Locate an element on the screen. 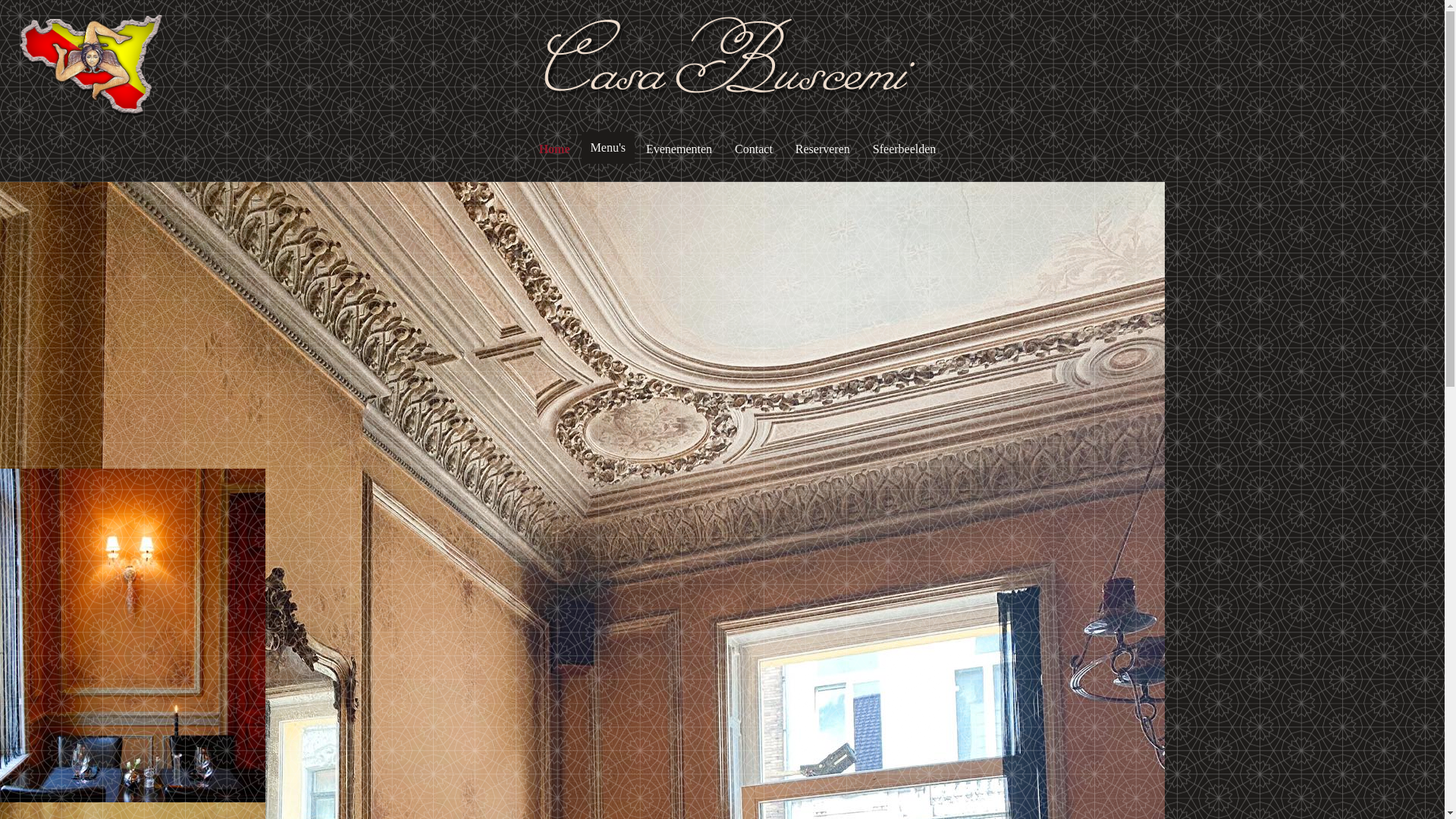 This screenshot has width=1456, height=819. 'Evenementen' is located at coordinates (678, 149).